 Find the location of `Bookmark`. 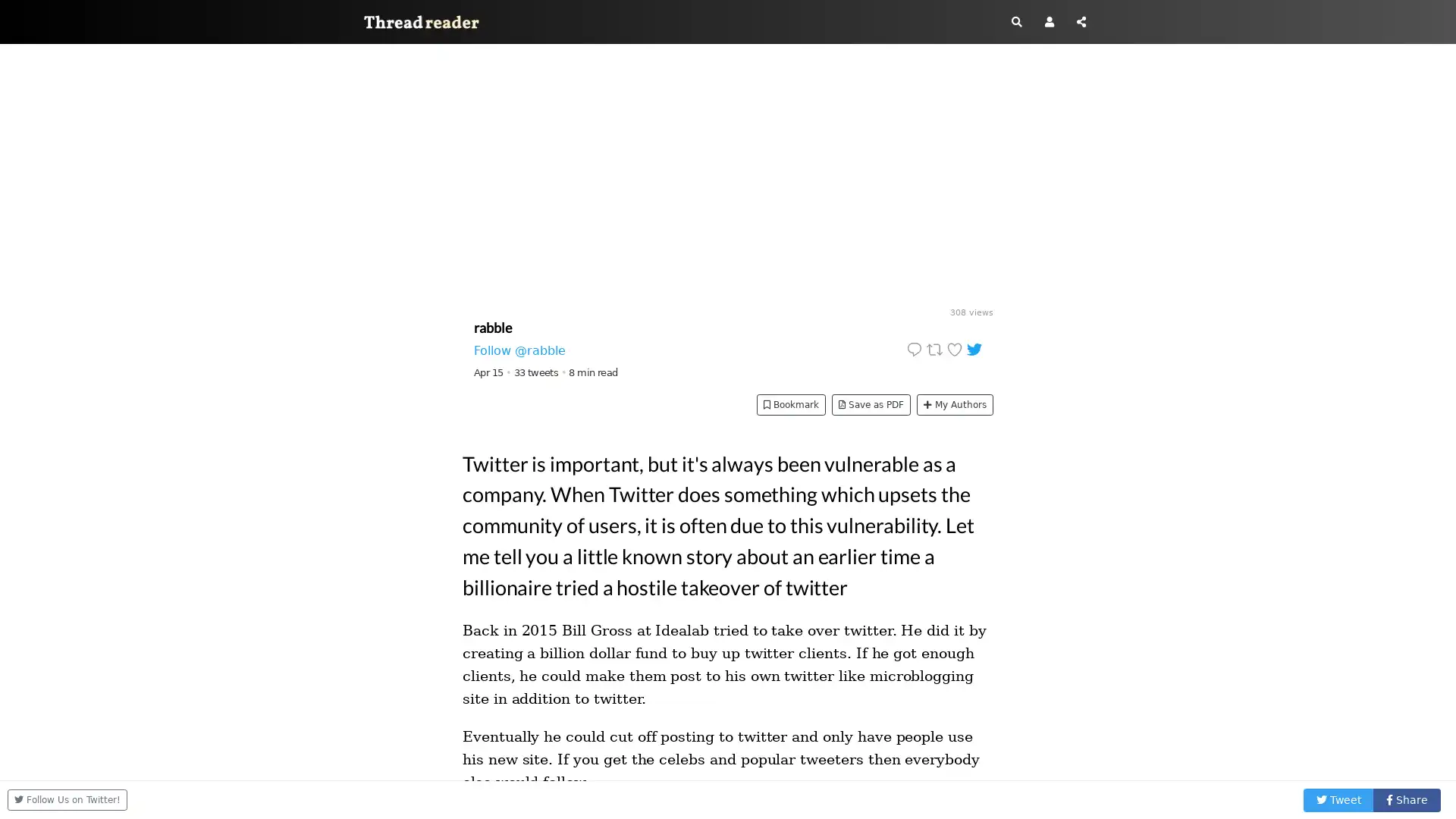

Bookmark is located at coordinates (790, 403).